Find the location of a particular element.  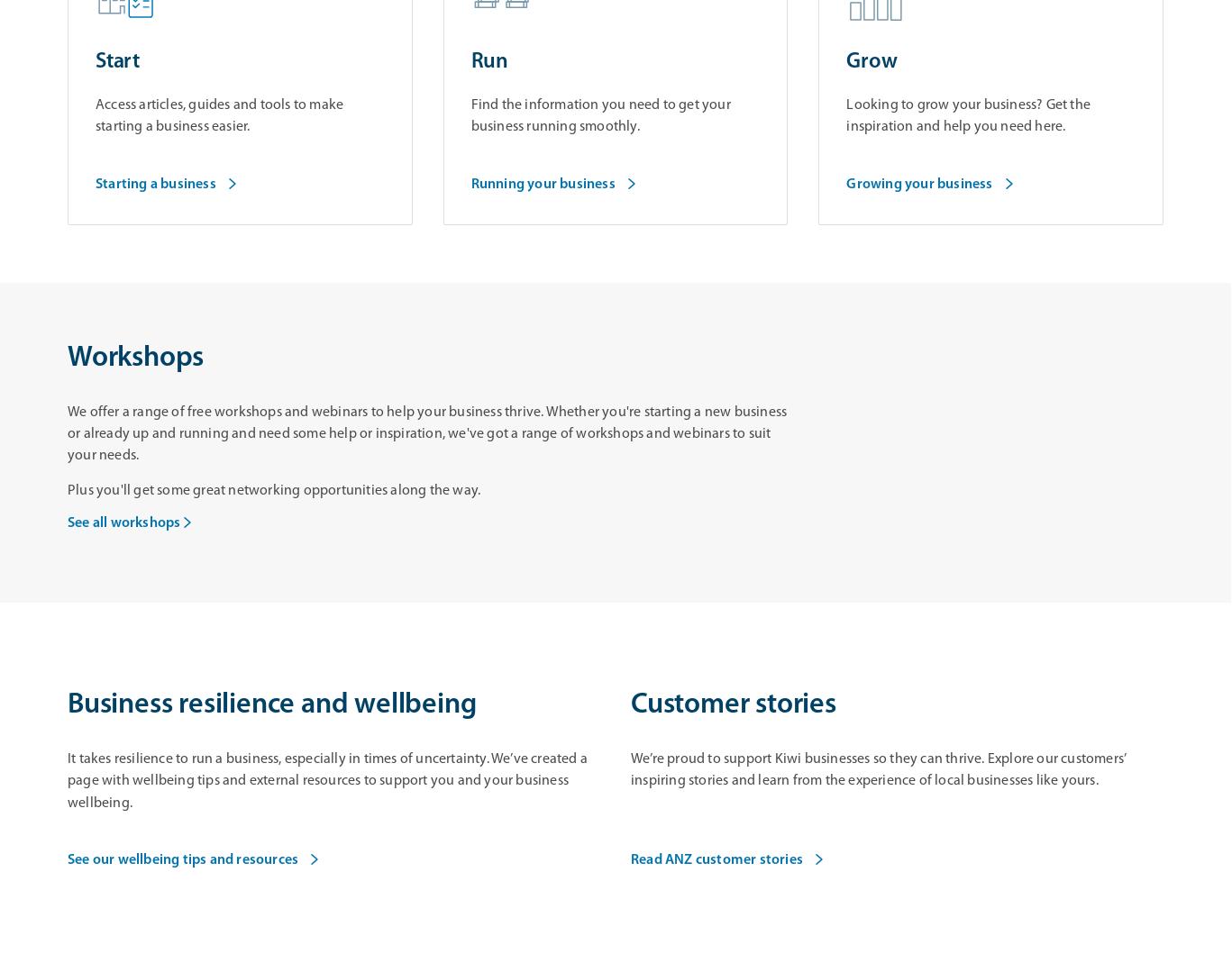

'Run' is located at coordinates (488, 62).